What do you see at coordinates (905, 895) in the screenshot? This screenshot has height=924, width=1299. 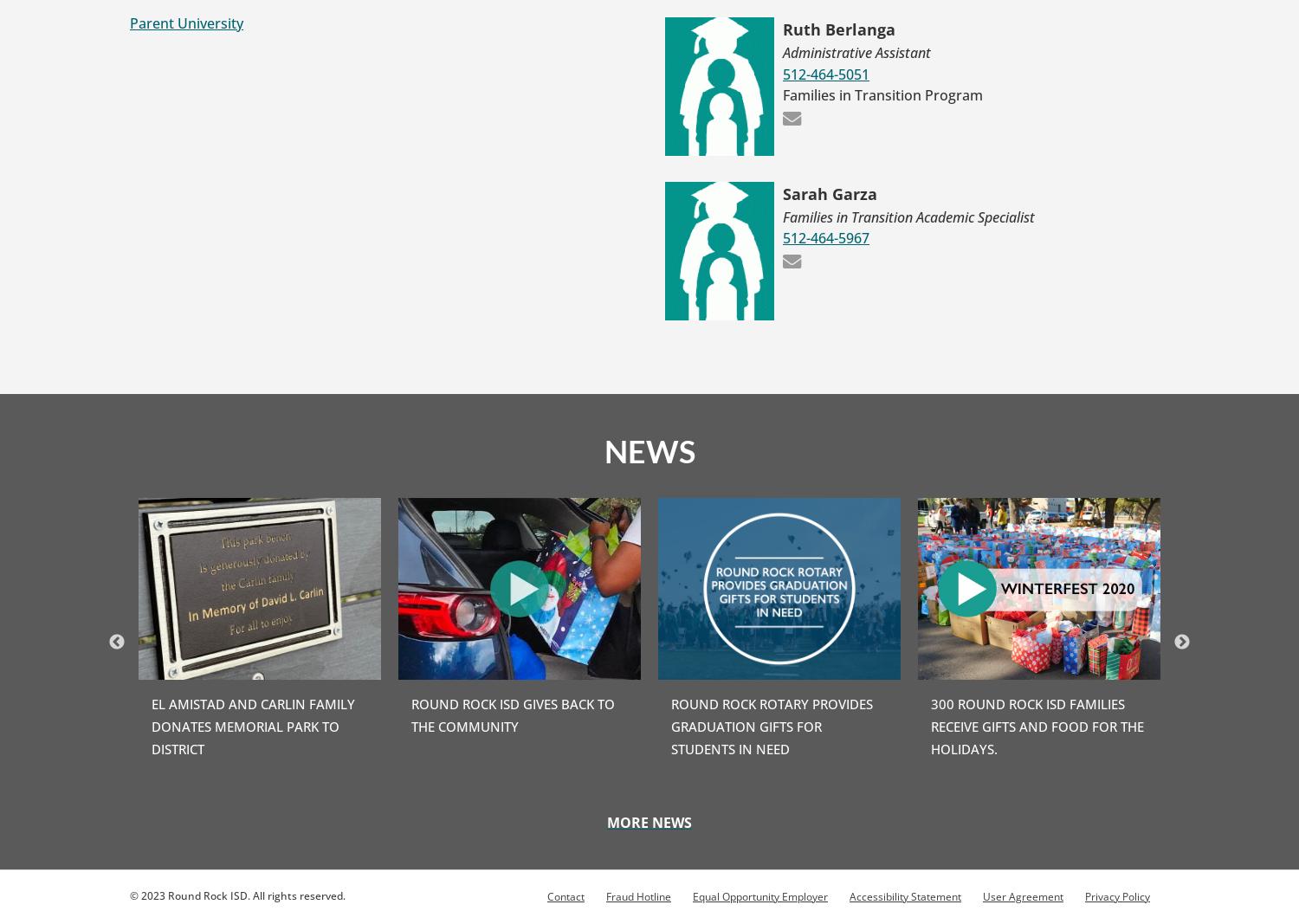 I see `'Accessibility Statement'` at bounding box center [905, 895].